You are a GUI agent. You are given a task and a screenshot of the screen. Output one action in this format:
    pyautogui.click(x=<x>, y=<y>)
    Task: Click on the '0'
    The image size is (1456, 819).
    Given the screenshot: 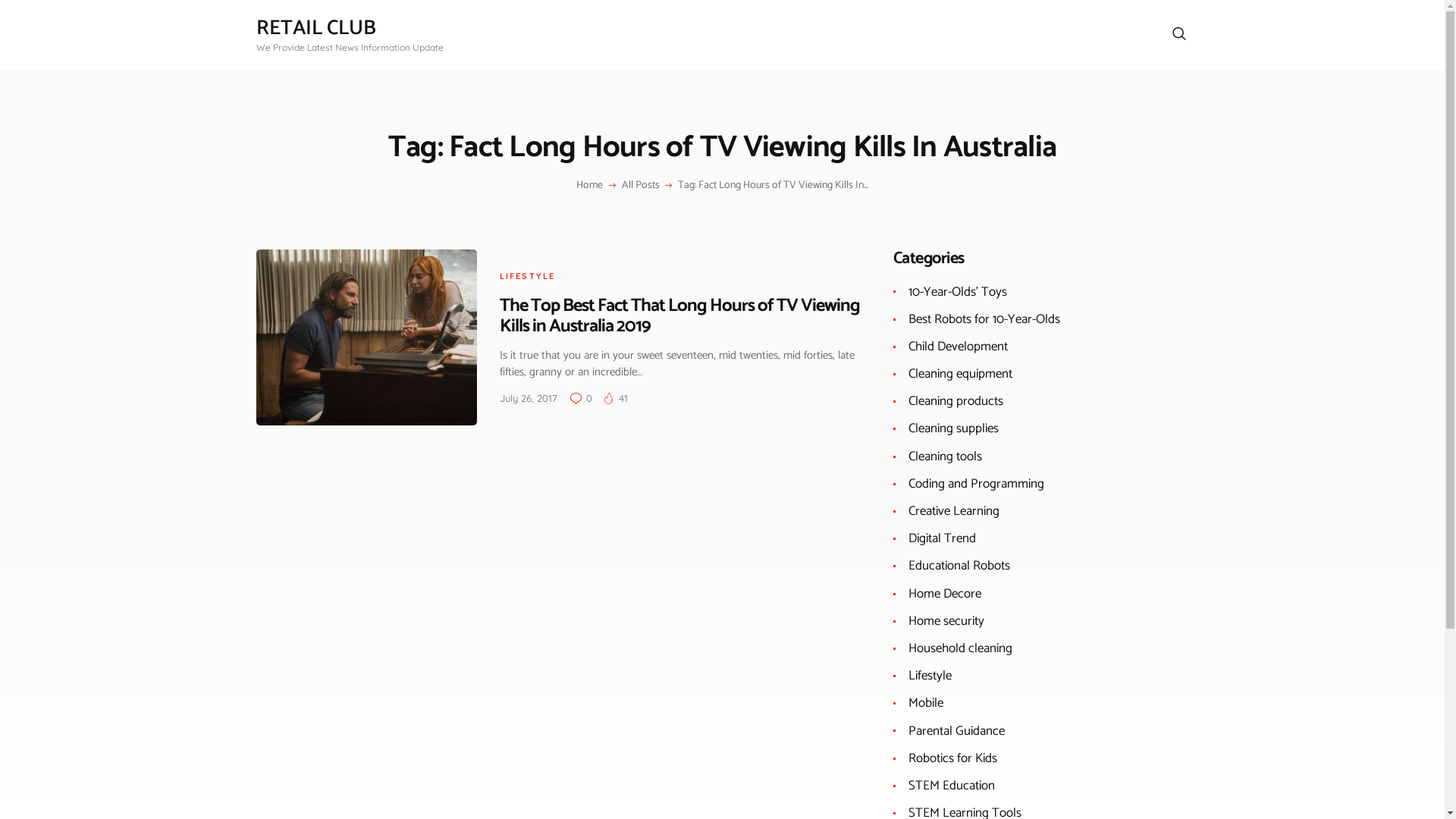 What is the action you would take?
    pyautogui.click(x=570, y=397)
    